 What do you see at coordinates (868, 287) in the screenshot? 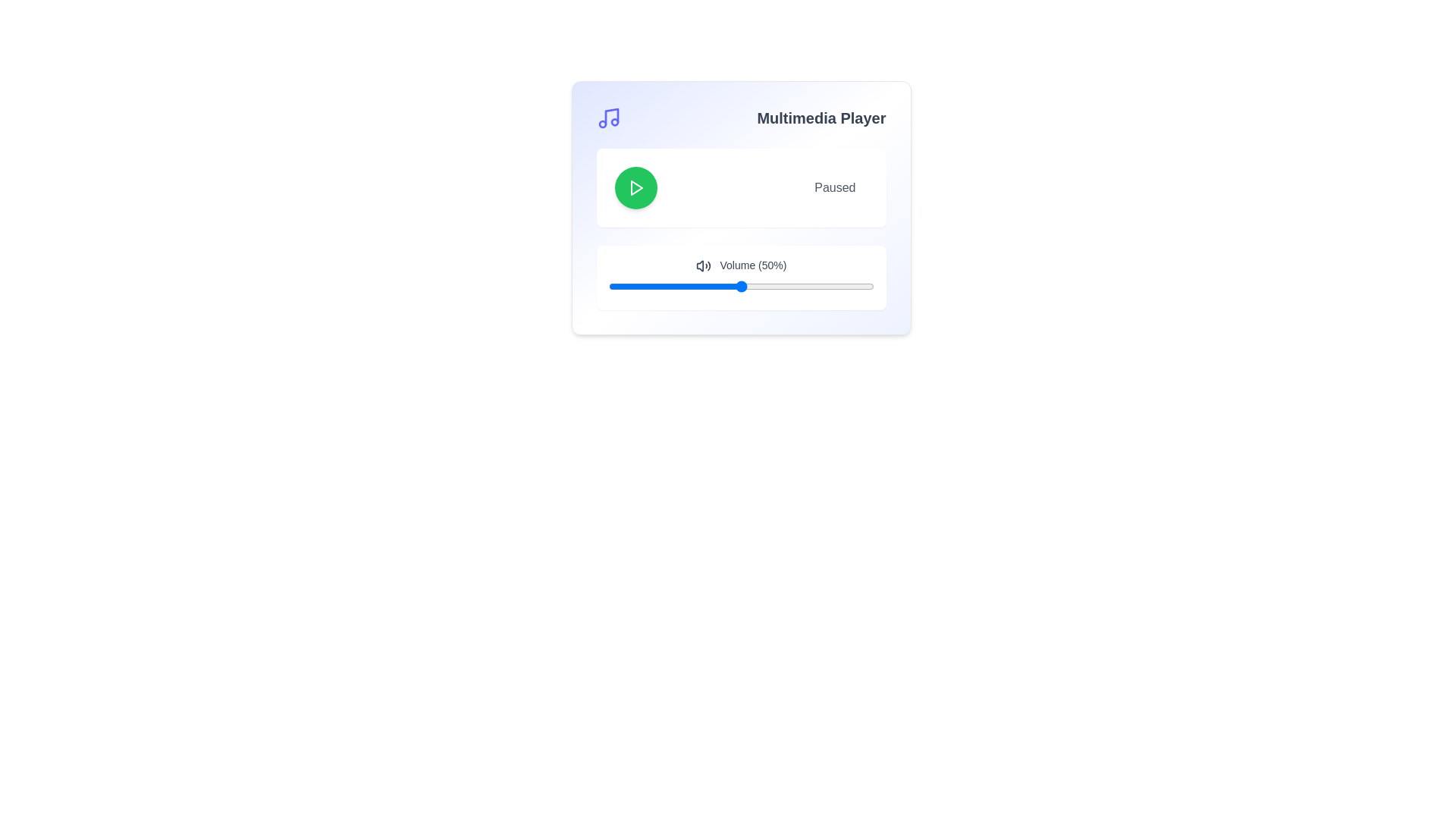
I see `the volume slider` at bounding box center [868, 287].